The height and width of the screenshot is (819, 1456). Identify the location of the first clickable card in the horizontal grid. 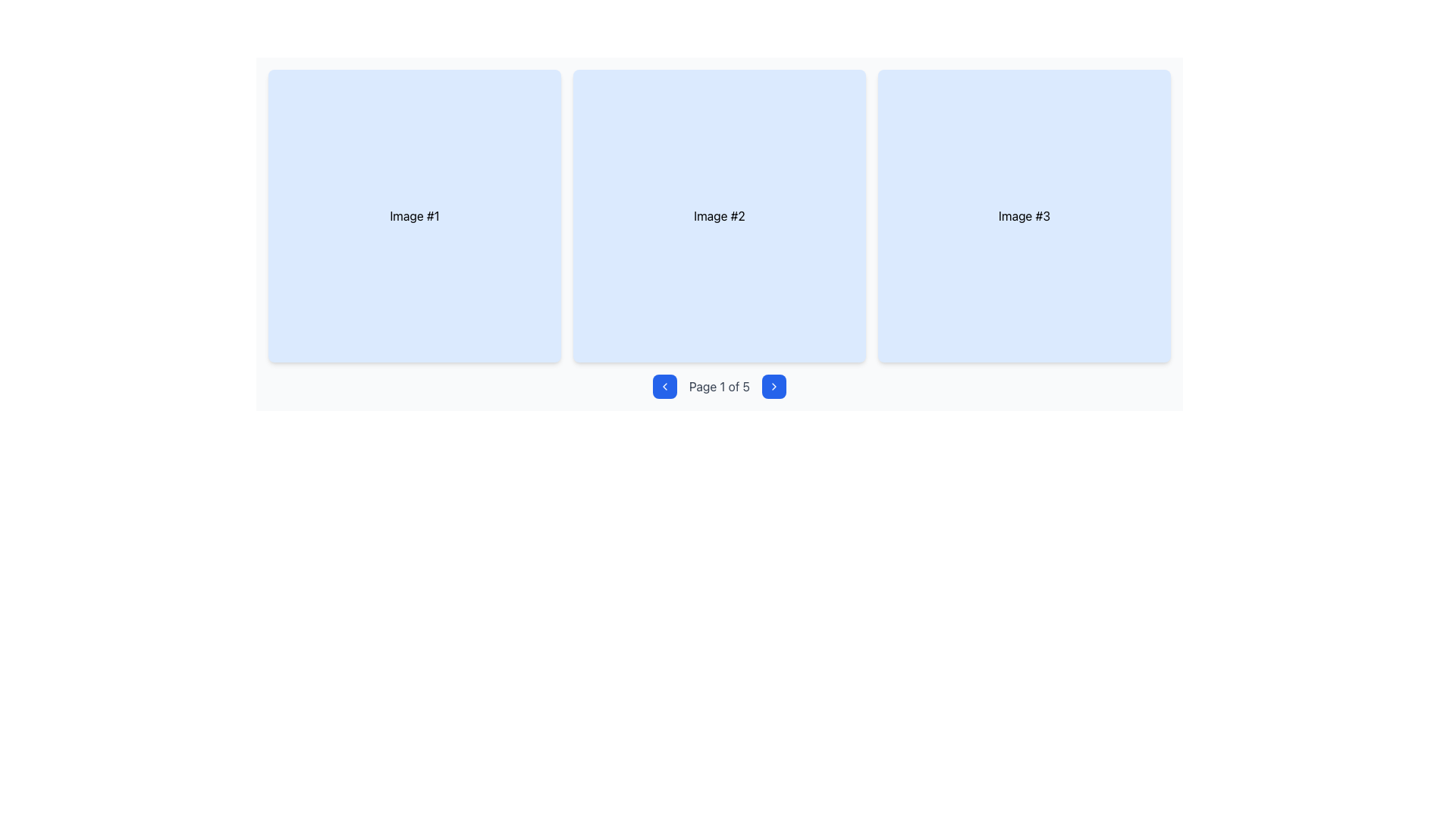
(415, 216).